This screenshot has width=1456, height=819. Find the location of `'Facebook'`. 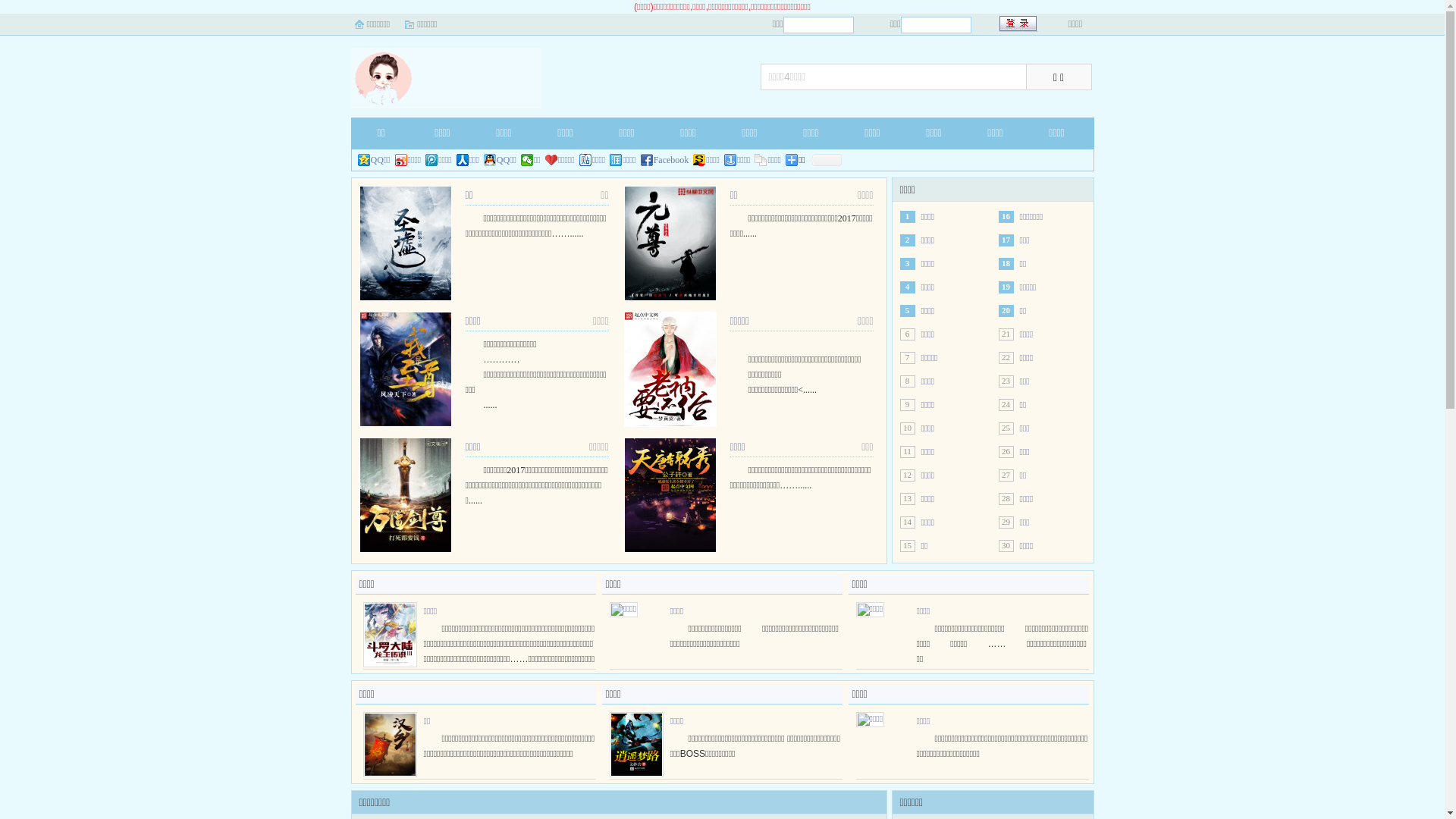

'Facebook' is located at coordinates (665, 160).